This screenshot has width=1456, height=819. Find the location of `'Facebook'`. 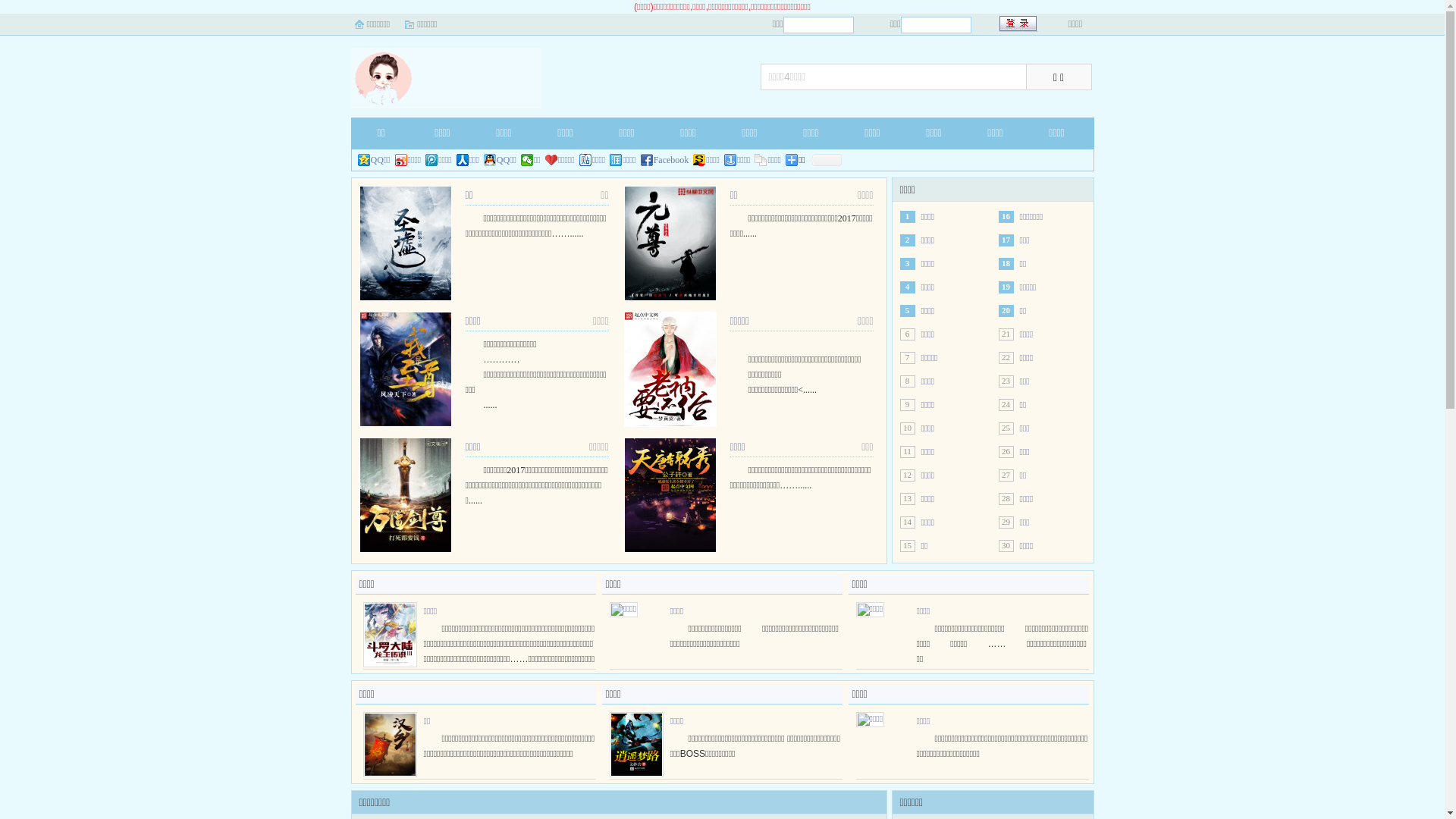

'Facebook' is located at coordinates (665, 160).